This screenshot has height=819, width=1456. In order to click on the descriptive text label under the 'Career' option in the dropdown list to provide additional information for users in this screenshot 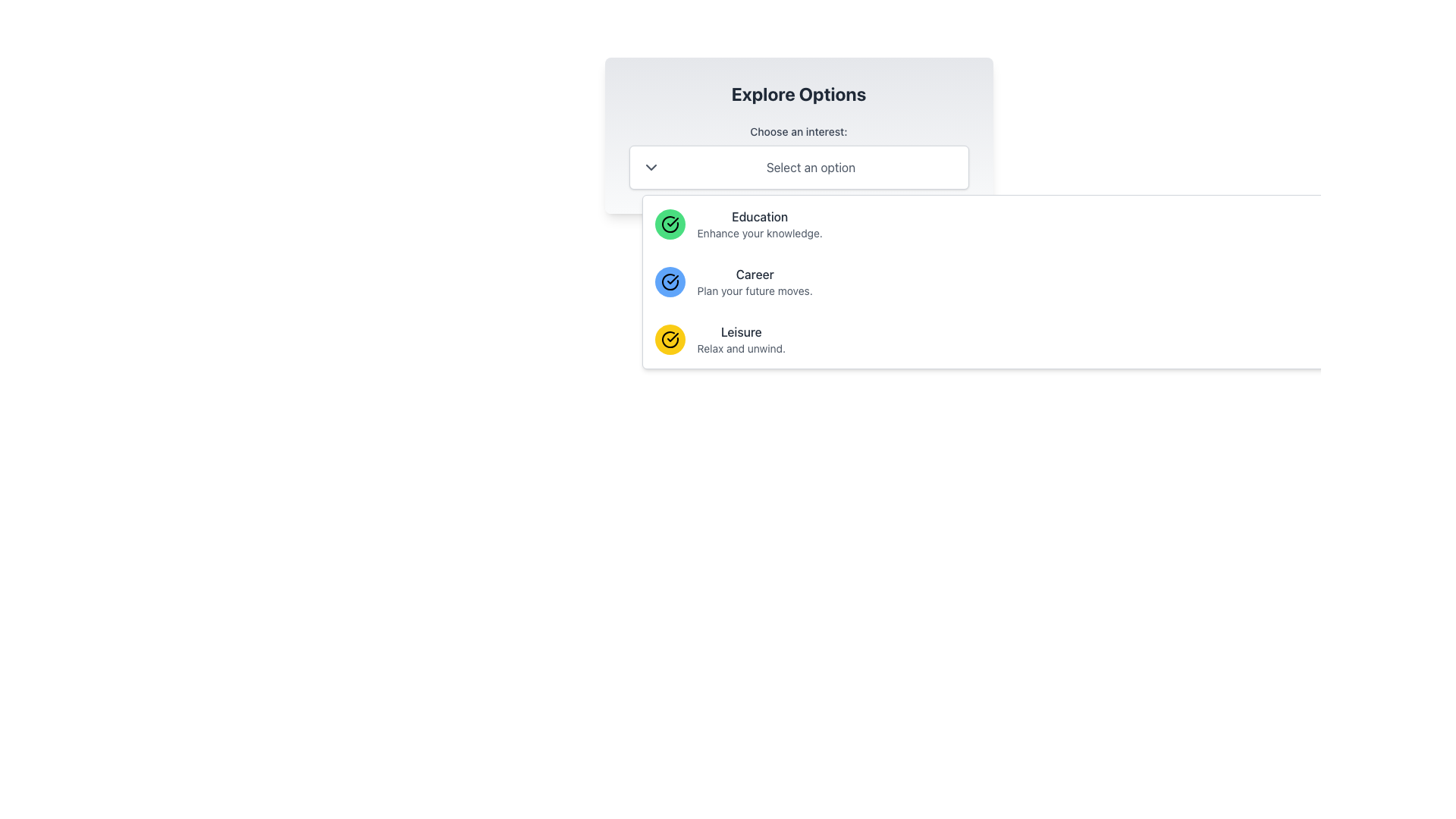, I will do `click(755, 291)`.